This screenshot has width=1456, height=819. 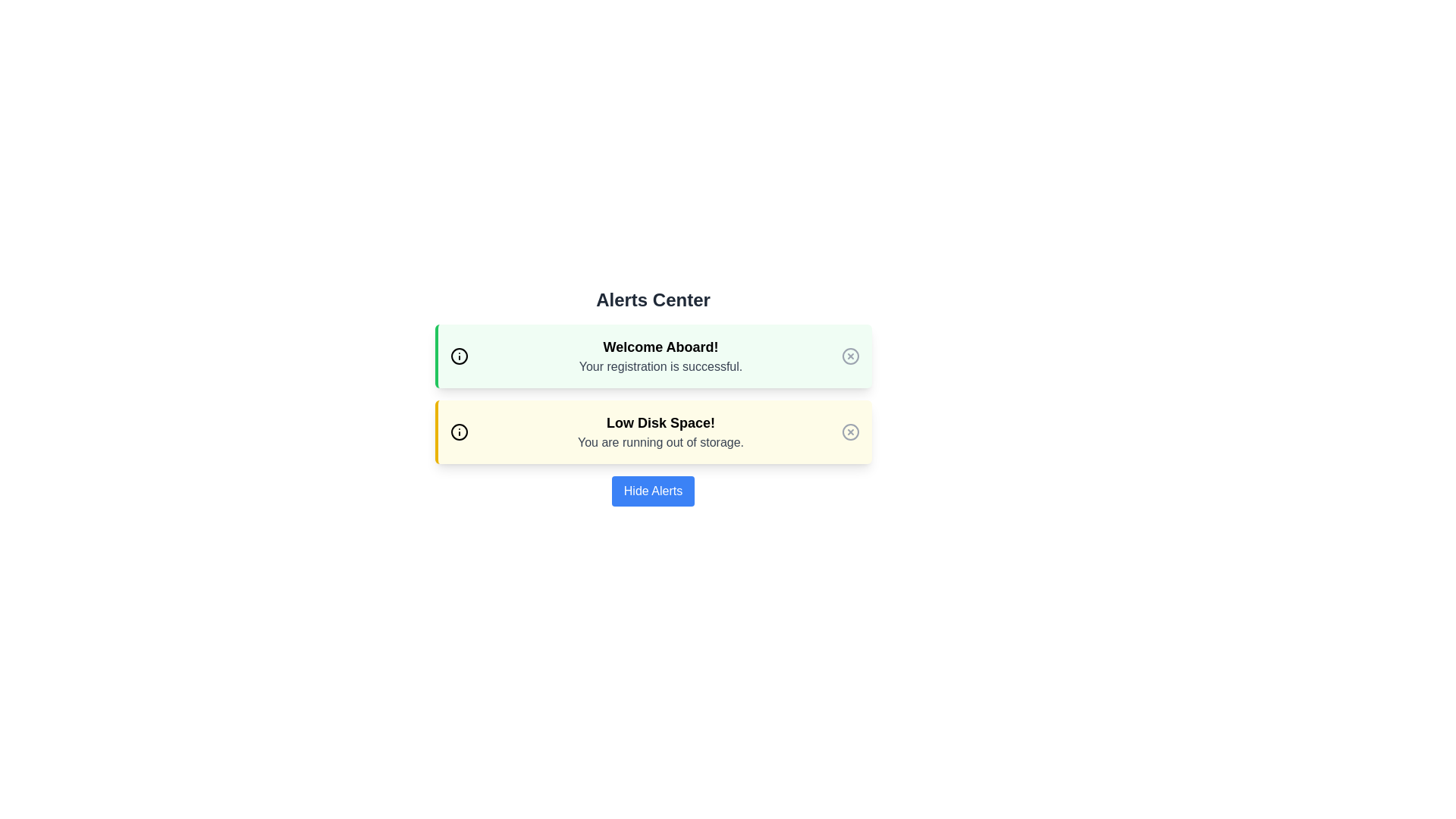 I want to click on the notification banner that informs the user about low disk space, which is the second message component in the alerts list, positioned below the 'Welcome Aboard!' message, so click(x=661, y=432).